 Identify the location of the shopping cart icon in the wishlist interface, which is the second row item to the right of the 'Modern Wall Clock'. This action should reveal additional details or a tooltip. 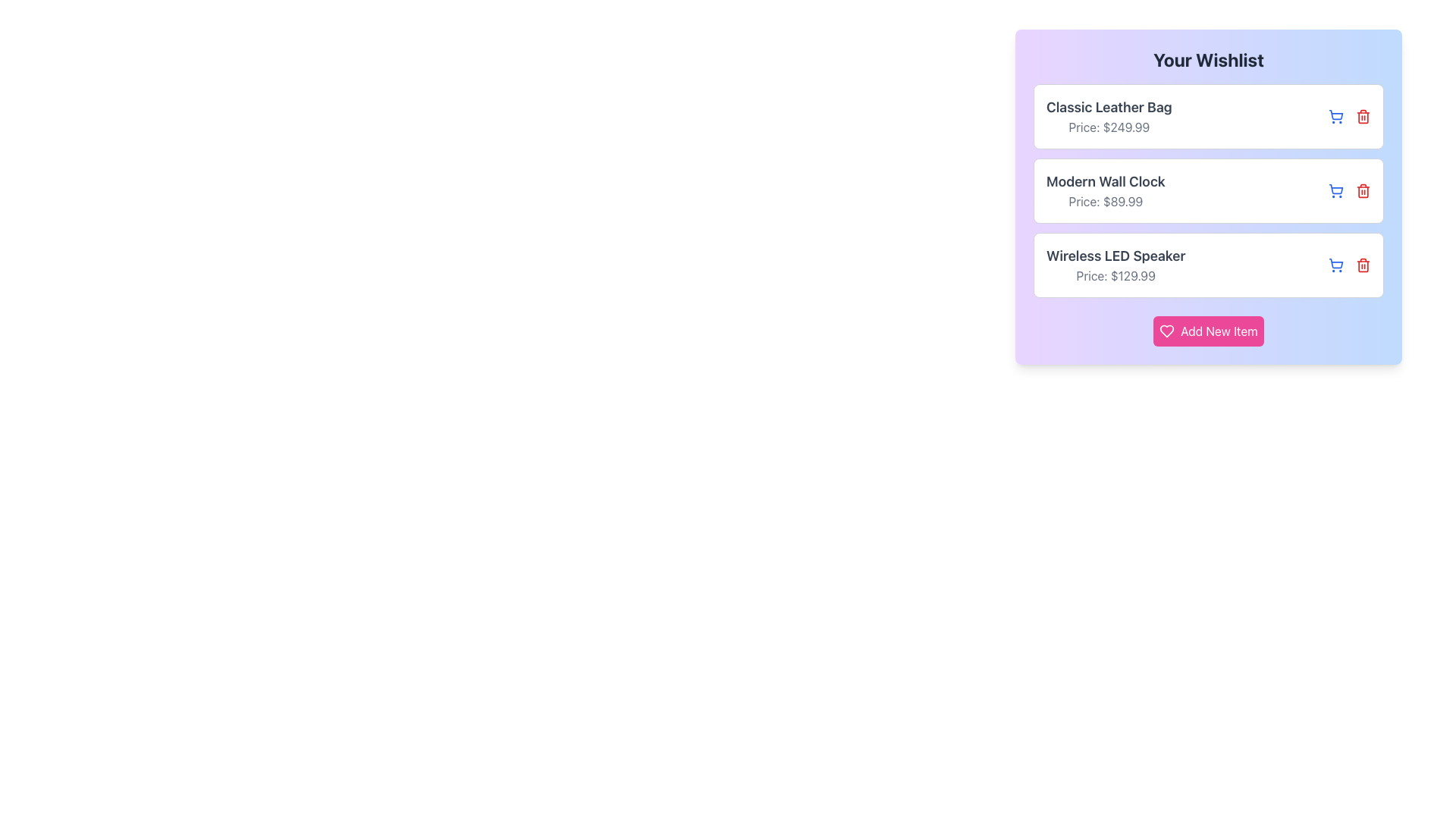
(1335, 188).